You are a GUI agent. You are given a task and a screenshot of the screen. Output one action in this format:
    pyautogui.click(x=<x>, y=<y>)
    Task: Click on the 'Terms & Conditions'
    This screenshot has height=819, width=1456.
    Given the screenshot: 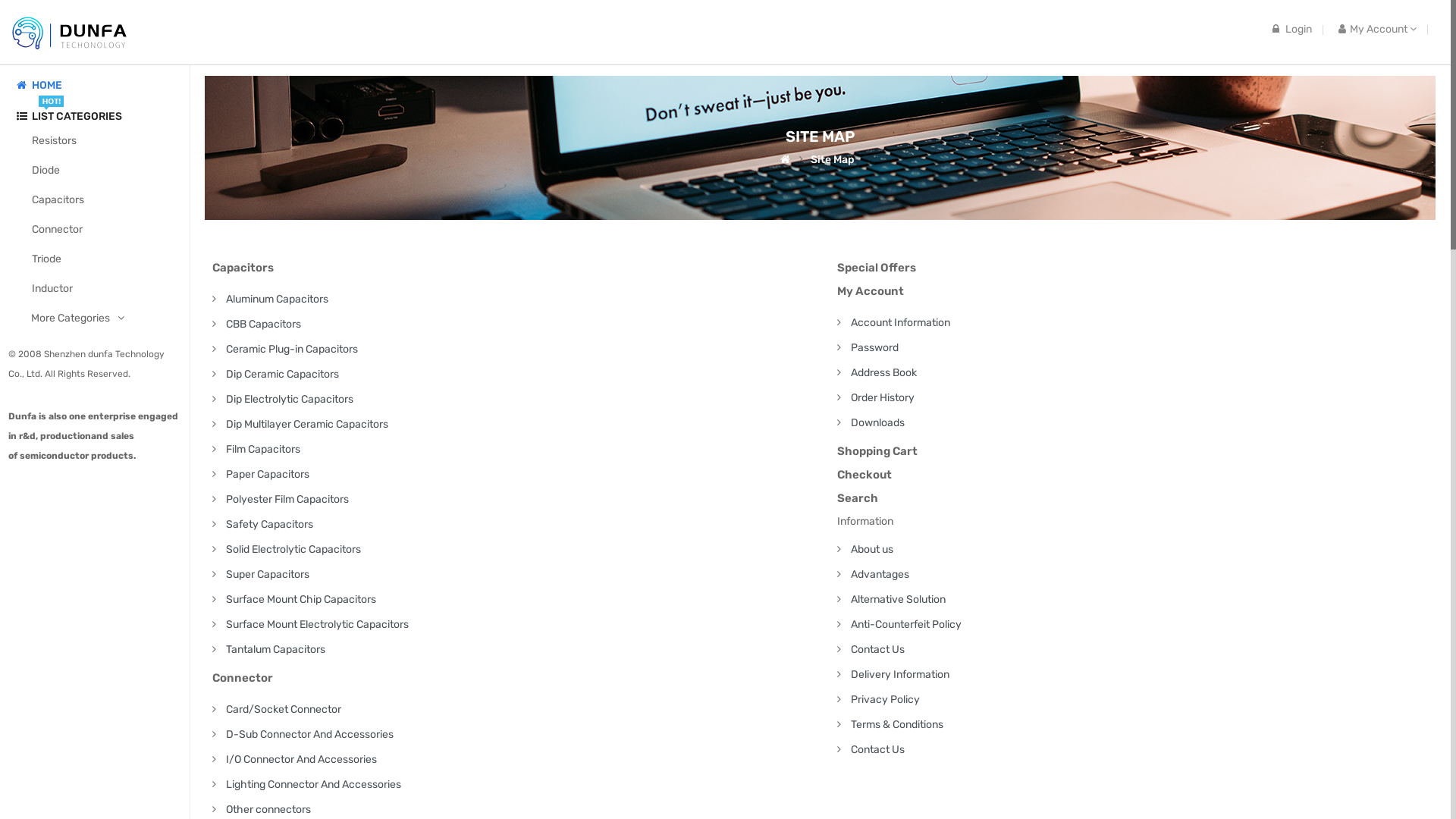 What is the action you would take?
    pyautogui.click(x=896, y=723)
    